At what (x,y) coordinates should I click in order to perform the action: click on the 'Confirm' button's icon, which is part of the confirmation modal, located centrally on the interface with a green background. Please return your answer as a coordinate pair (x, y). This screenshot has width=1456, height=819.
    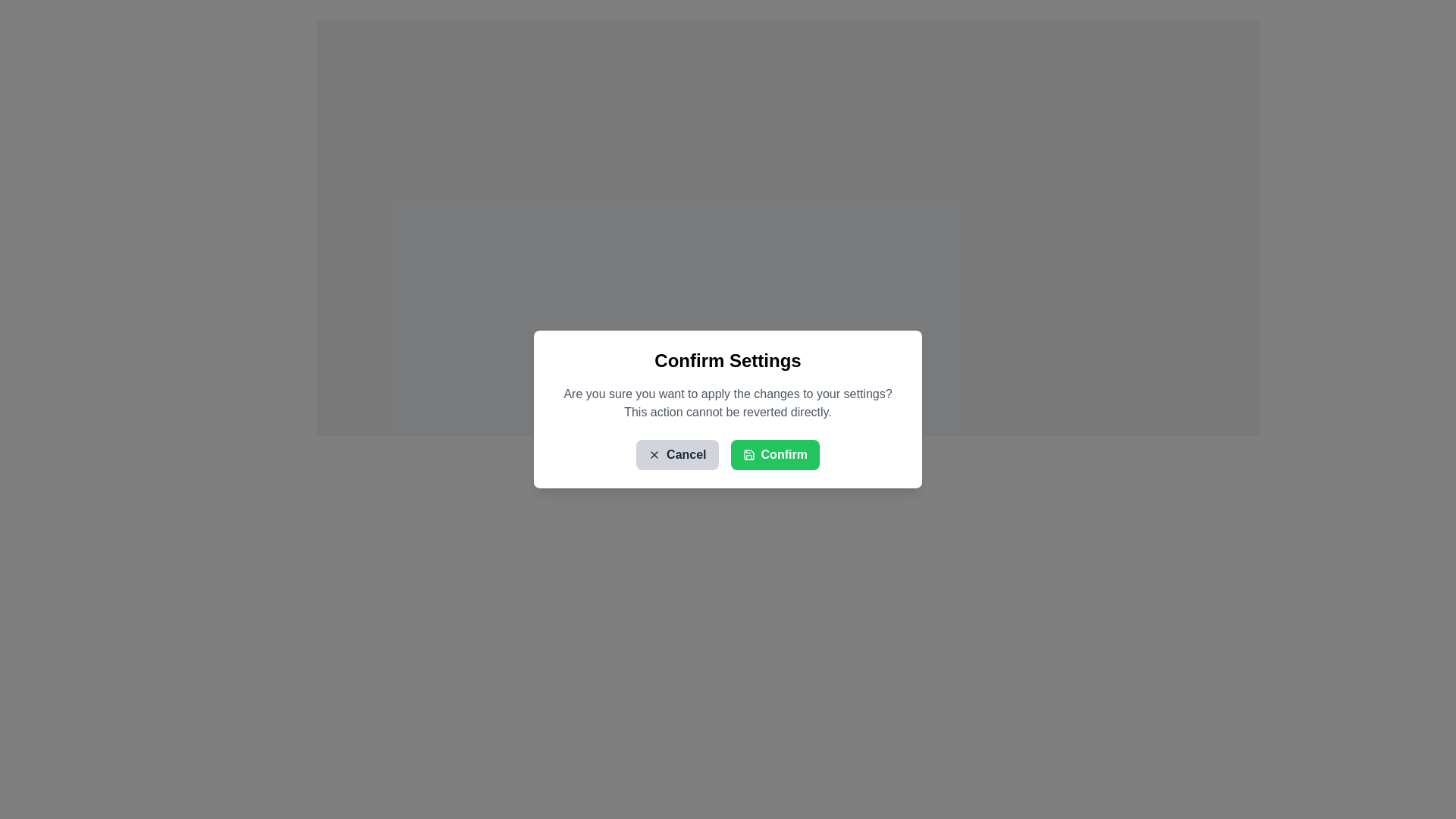
    Looking at the image, I should click on (748, 454).